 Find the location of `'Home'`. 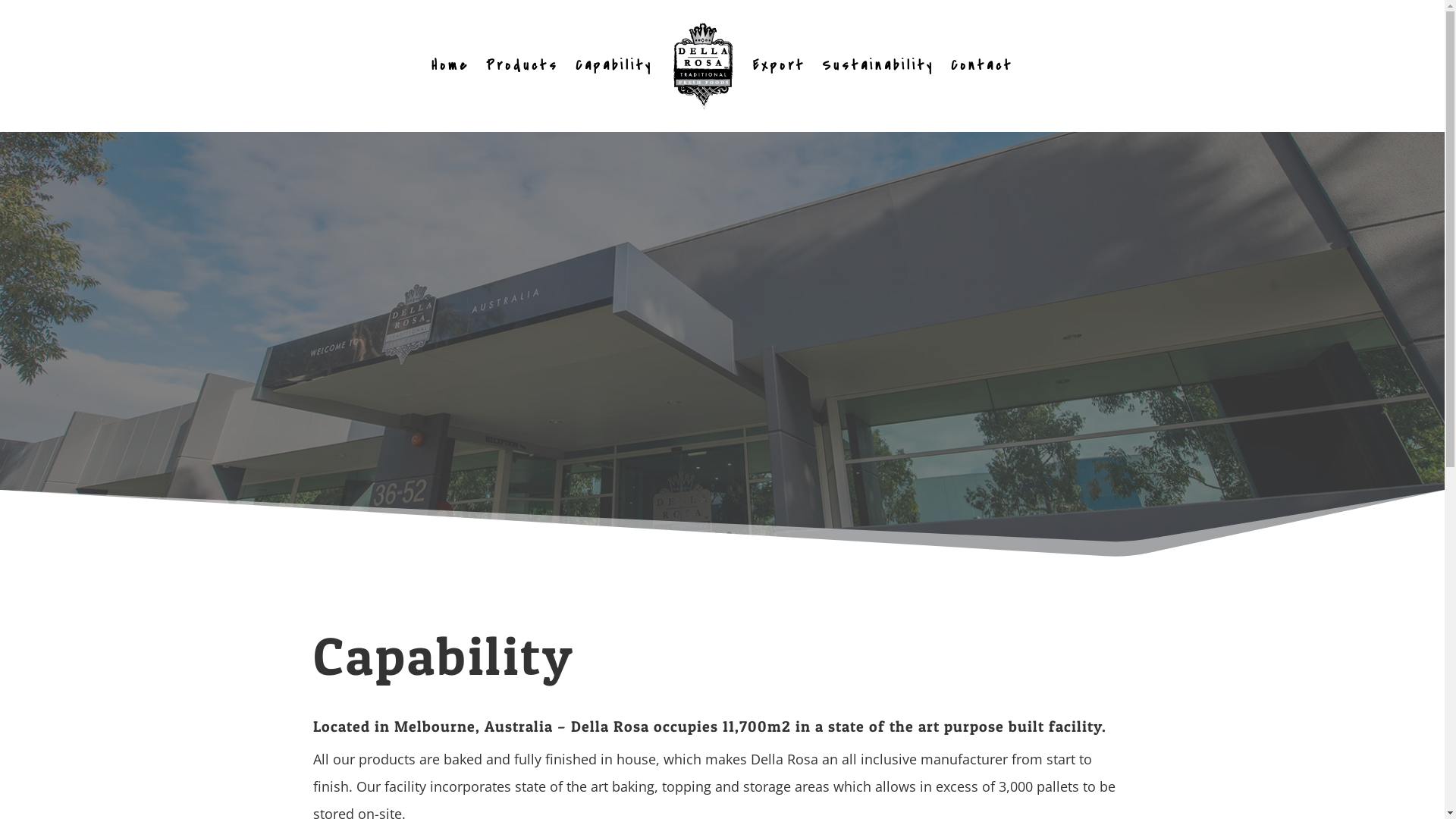

'Home' is located at coordinates (431, 65).